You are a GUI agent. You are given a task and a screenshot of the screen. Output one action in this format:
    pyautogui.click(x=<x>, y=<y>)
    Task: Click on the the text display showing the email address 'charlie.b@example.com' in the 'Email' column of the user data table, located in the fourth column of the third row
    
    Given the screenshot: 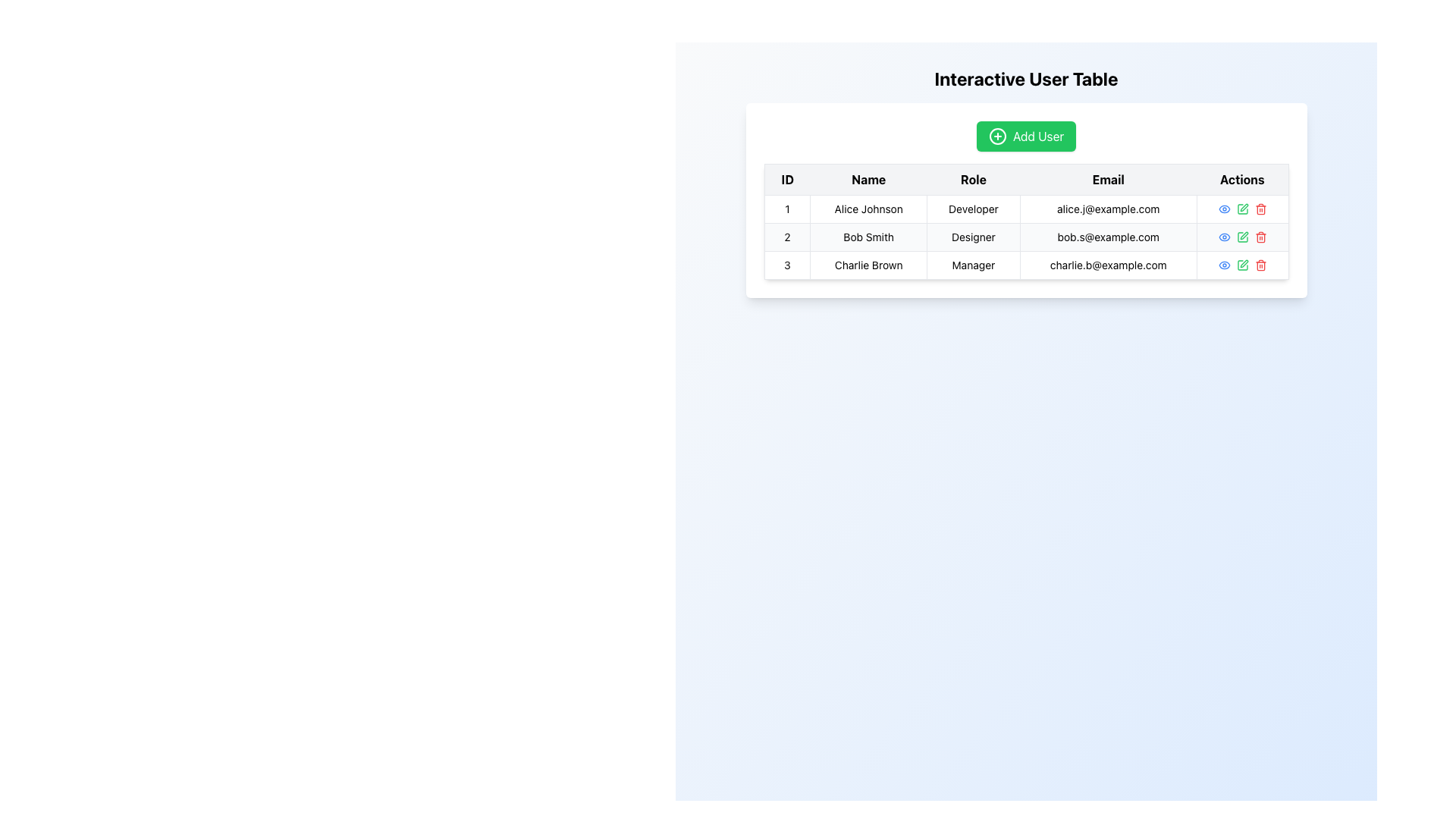 What is the action you would take?
    pyautogui.click(x=1108, y=265)
    